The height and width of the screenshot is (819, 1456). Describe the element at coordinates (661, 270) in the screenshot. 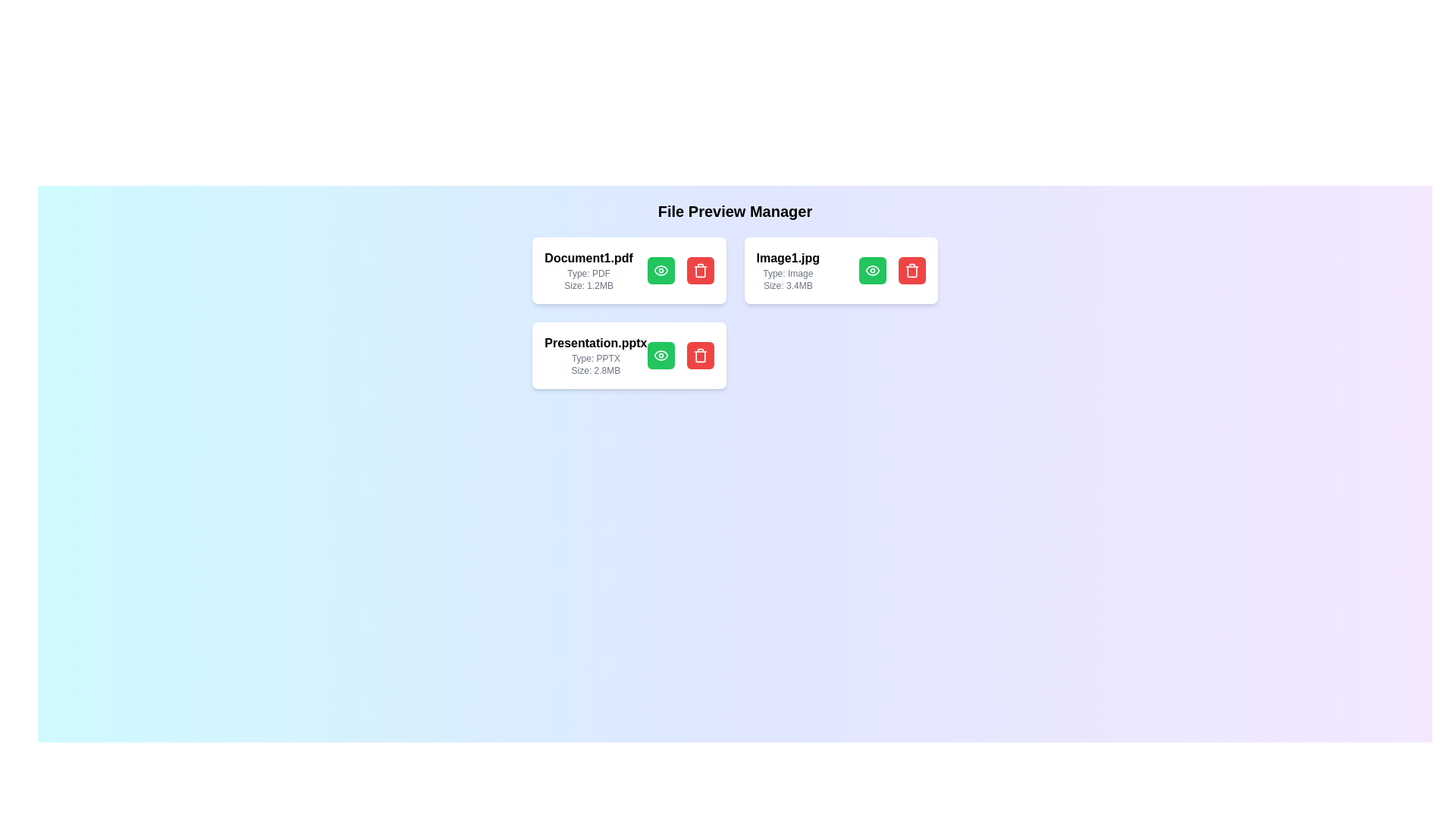

I see `the 'view' button located next to the 'Document1.pdf' file details in the top-left card of the file list` at that location.